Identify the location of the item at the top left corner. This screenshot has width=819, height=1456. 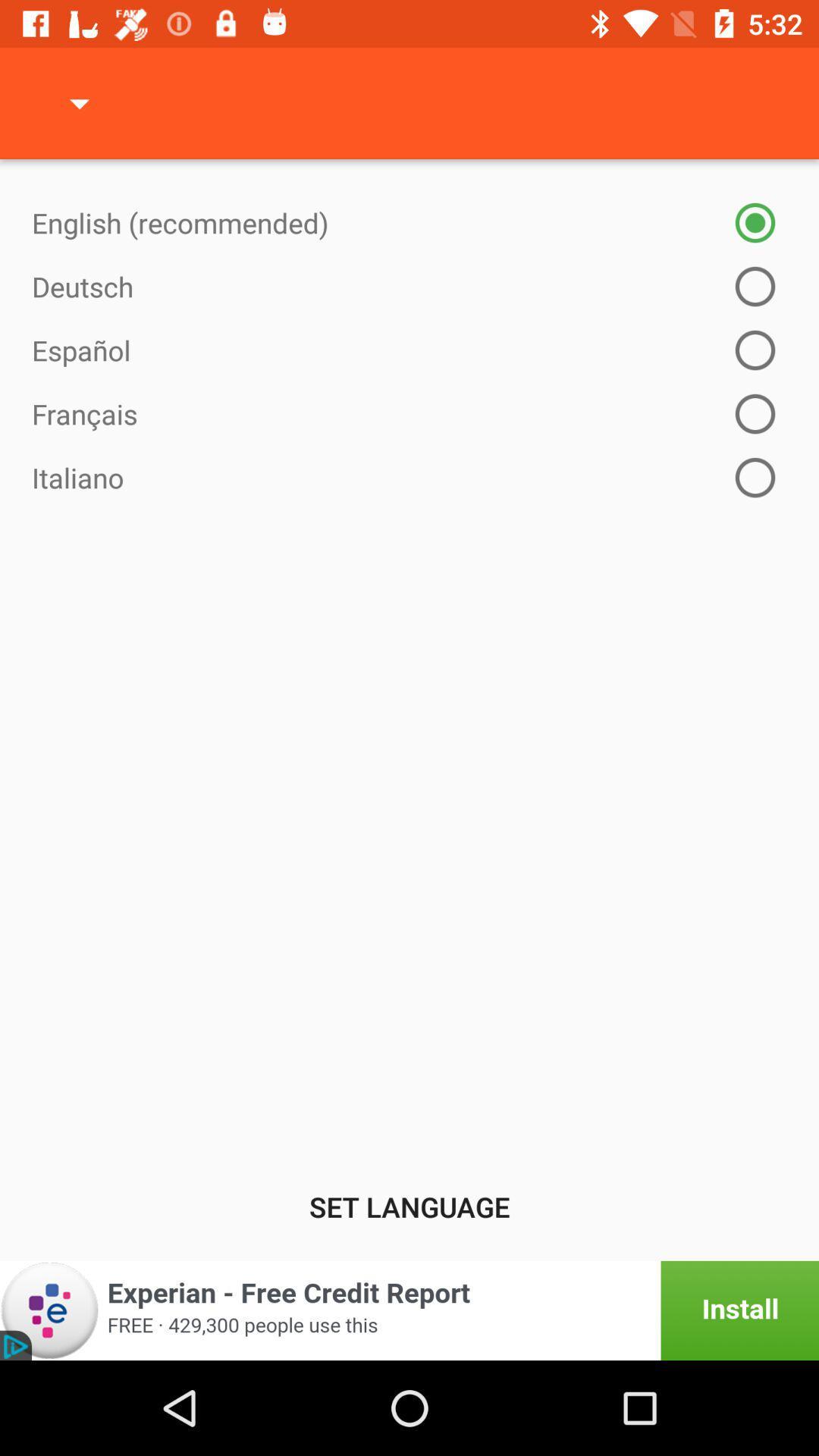
(79, 102).